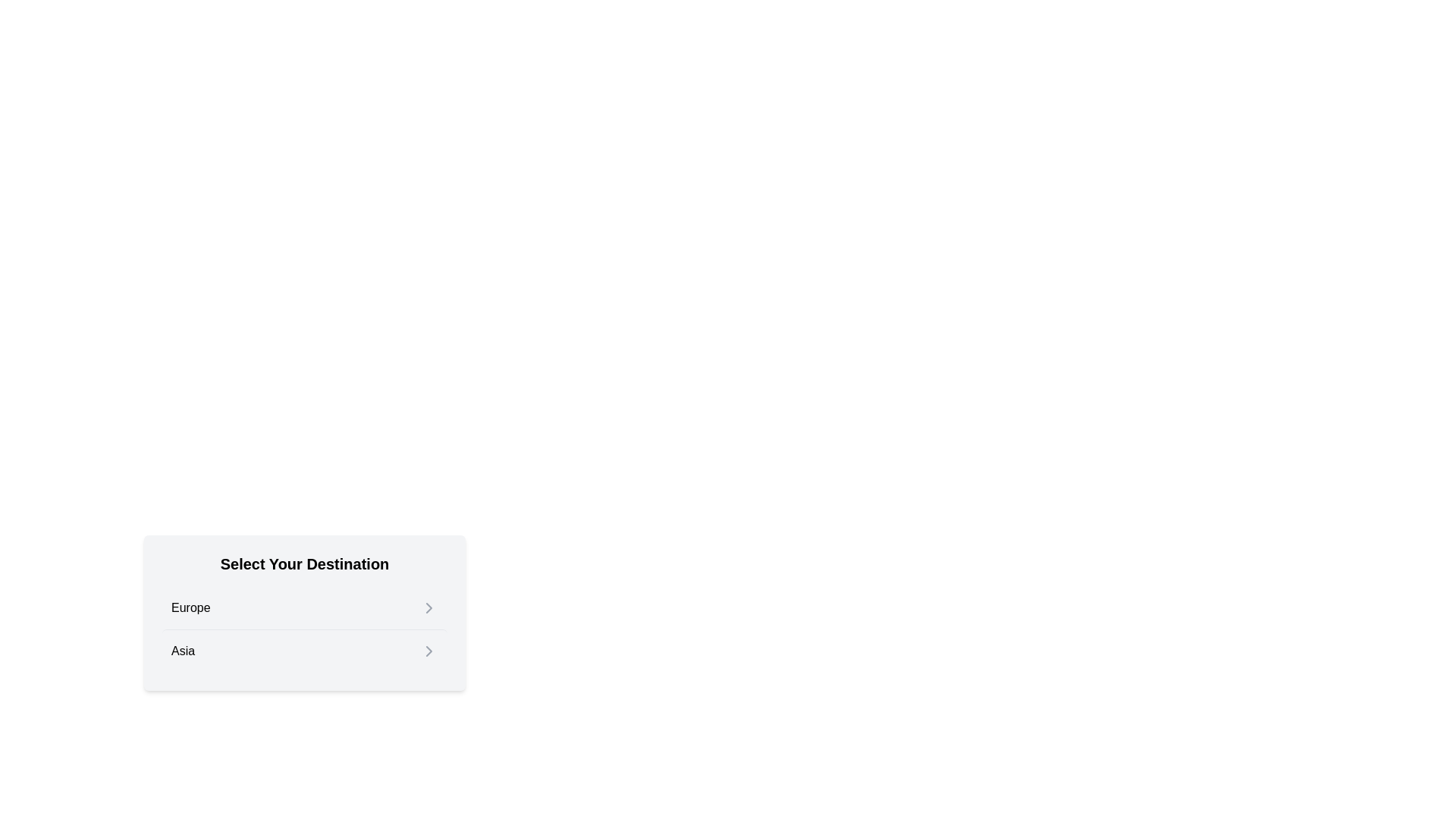 The image size is (1456, 819). I want to click on the right-pointing arrow icon next to the 'Asia' label in the selection menu titled 'Select Your Destination', so click(428, 651).